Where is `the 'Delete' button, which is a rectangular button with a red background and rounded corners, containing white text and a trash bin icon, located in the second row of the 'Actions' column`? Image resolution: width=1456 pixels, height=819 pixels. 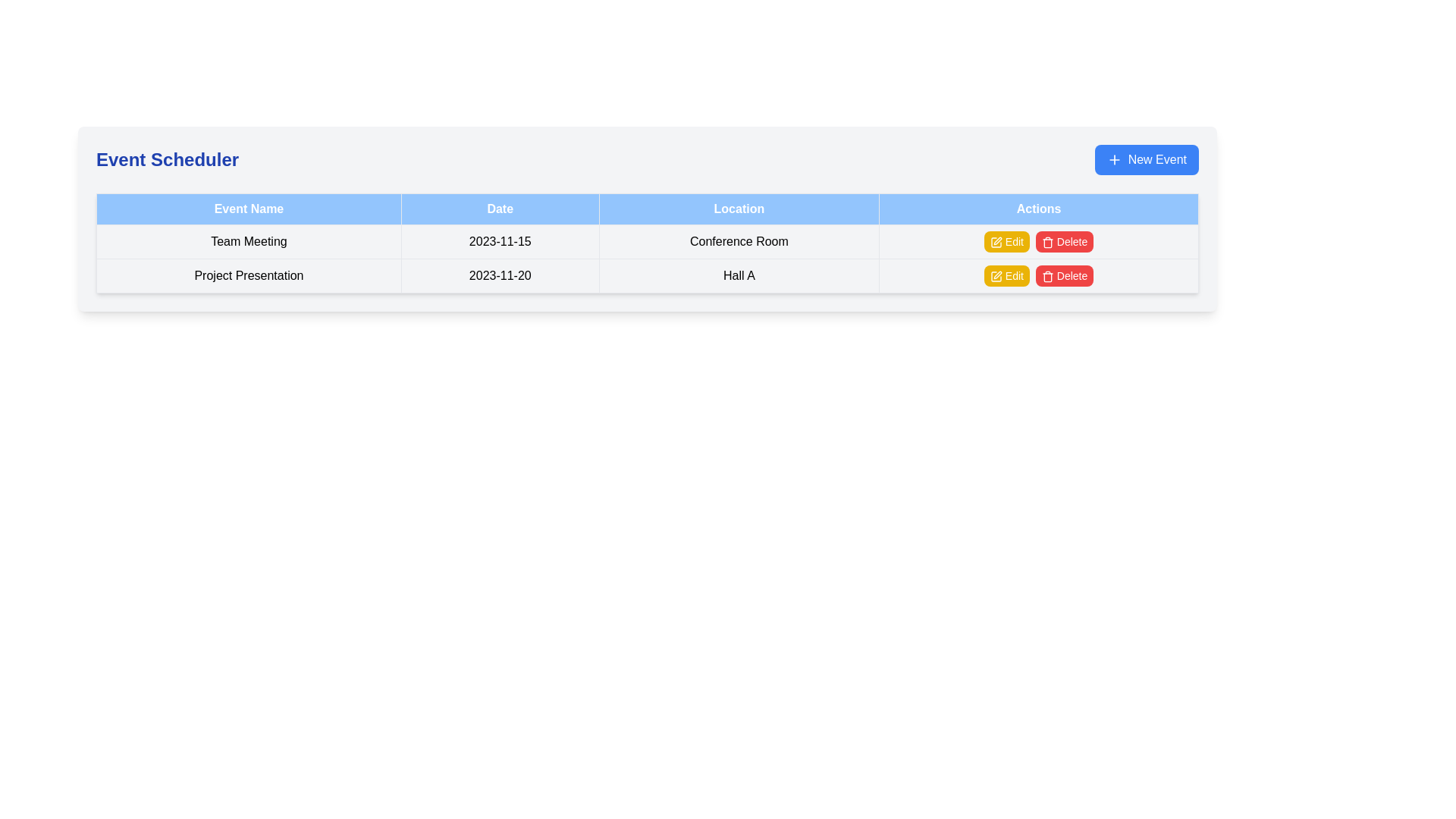 the 'Delete' button, which is a rectangular button with a red background and rounded corners, containing white text and a trash bin icon, located in the second row of the 'Actions' column is located at coordinates (1064, 275).